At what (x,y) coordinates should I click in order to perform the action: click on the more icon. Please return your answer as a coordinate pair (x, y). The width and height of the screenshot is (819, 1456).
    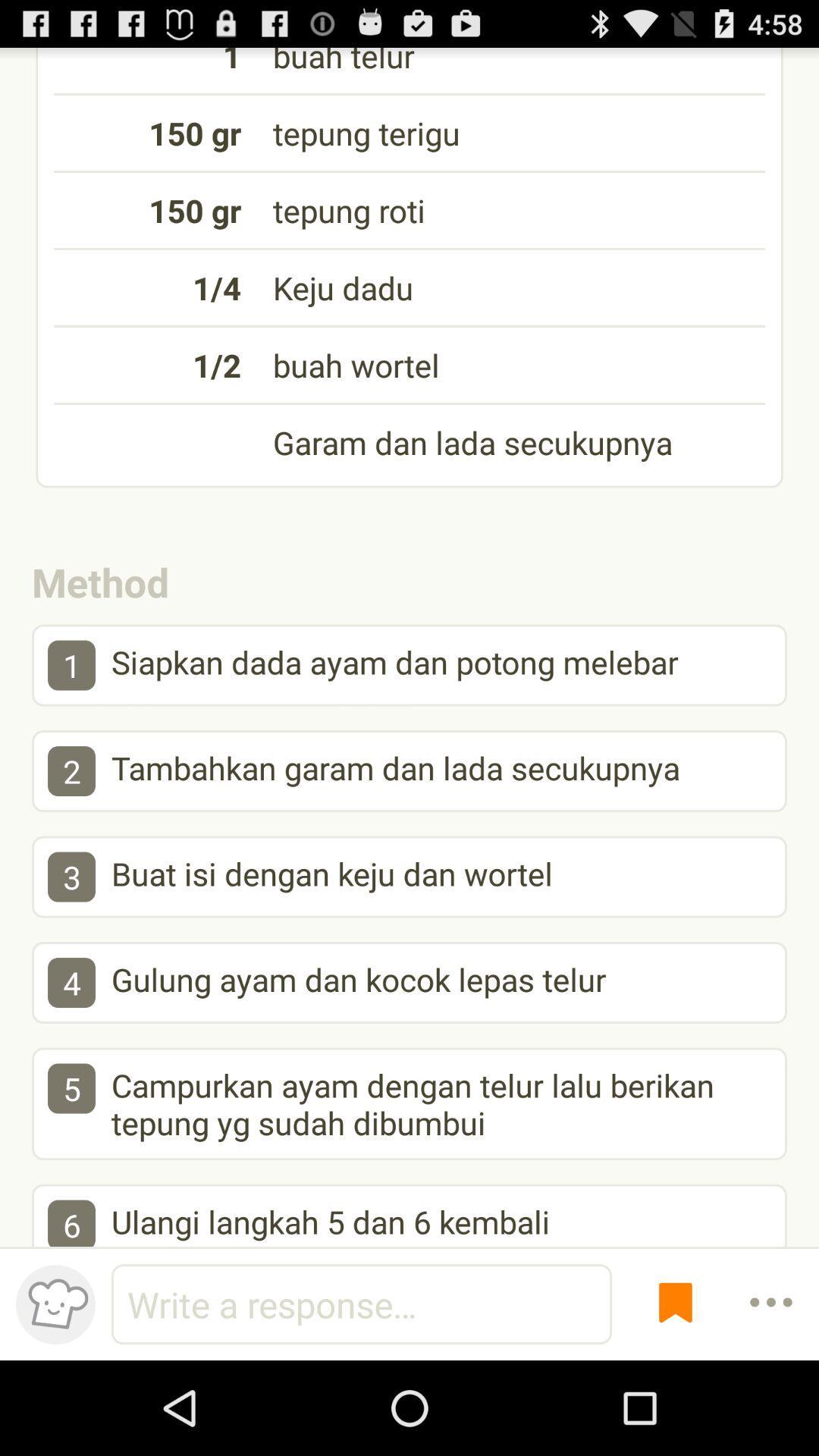
    Looking at the image, I should click on (771, 1395).